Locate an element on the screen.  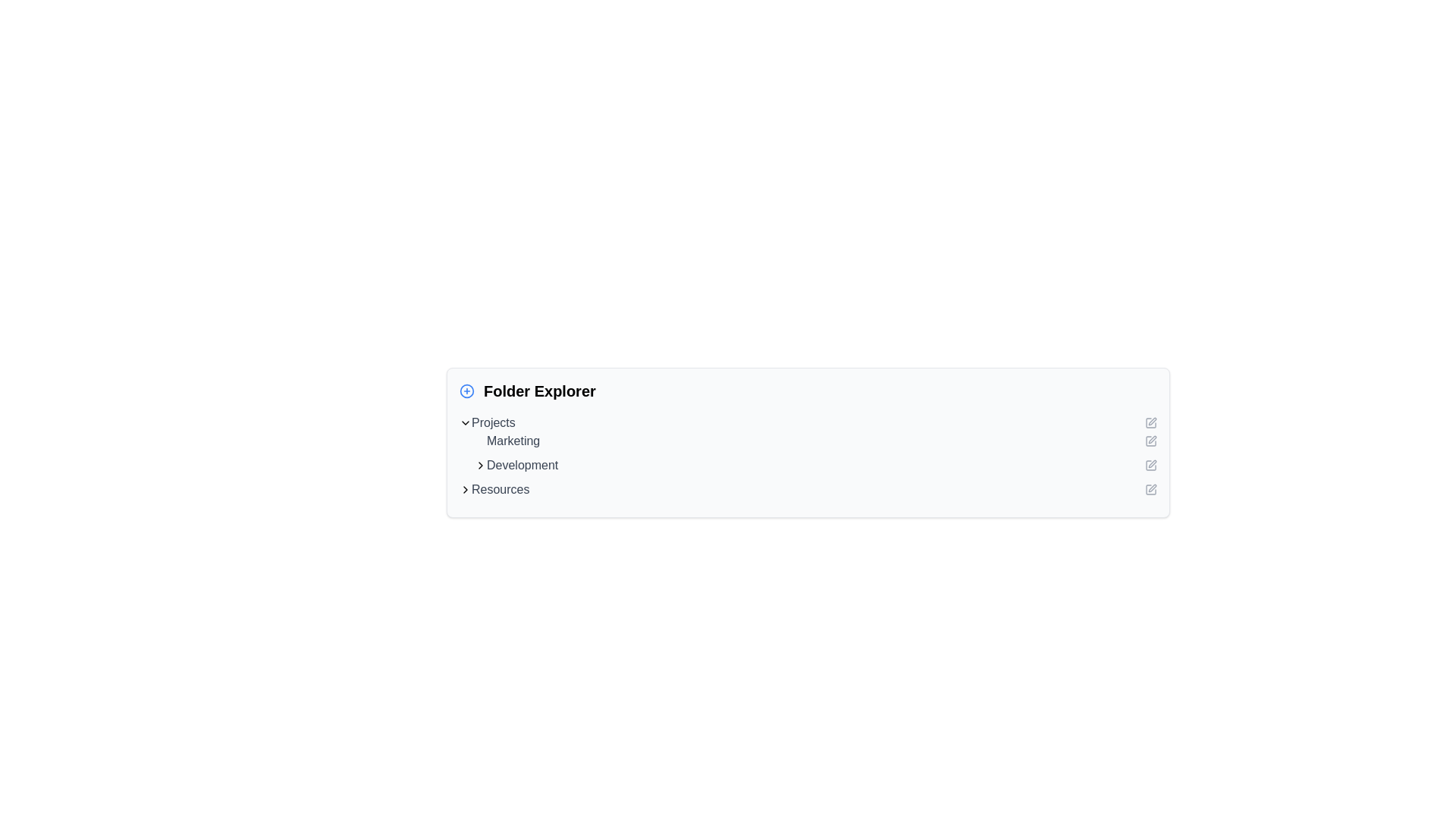
the icon button used for adding a new folder, which is positioned to the left of the 'Folder Explorer' title is located at coordinates (466, 391).